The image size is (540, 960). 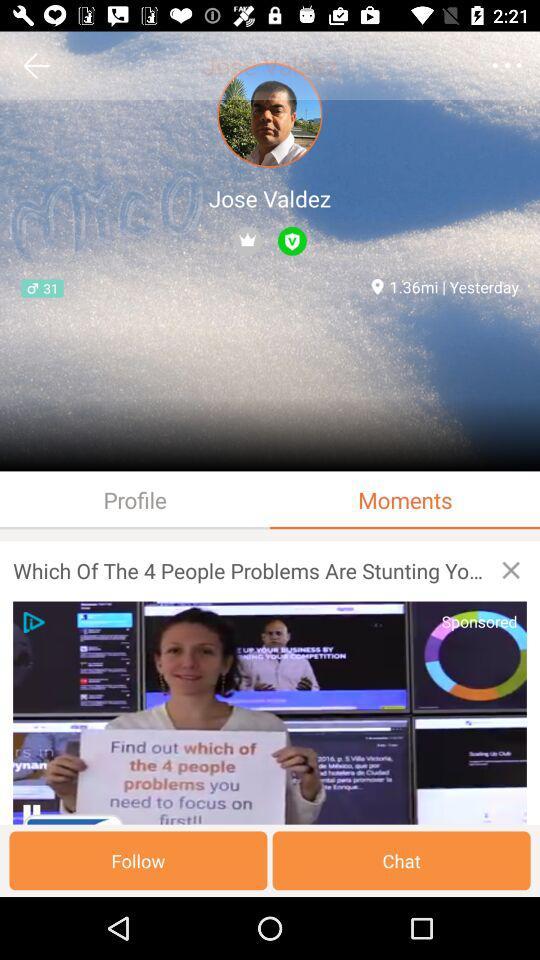 I want to click on the 2nd icon below jose valdez, so click(x=291, y=240).